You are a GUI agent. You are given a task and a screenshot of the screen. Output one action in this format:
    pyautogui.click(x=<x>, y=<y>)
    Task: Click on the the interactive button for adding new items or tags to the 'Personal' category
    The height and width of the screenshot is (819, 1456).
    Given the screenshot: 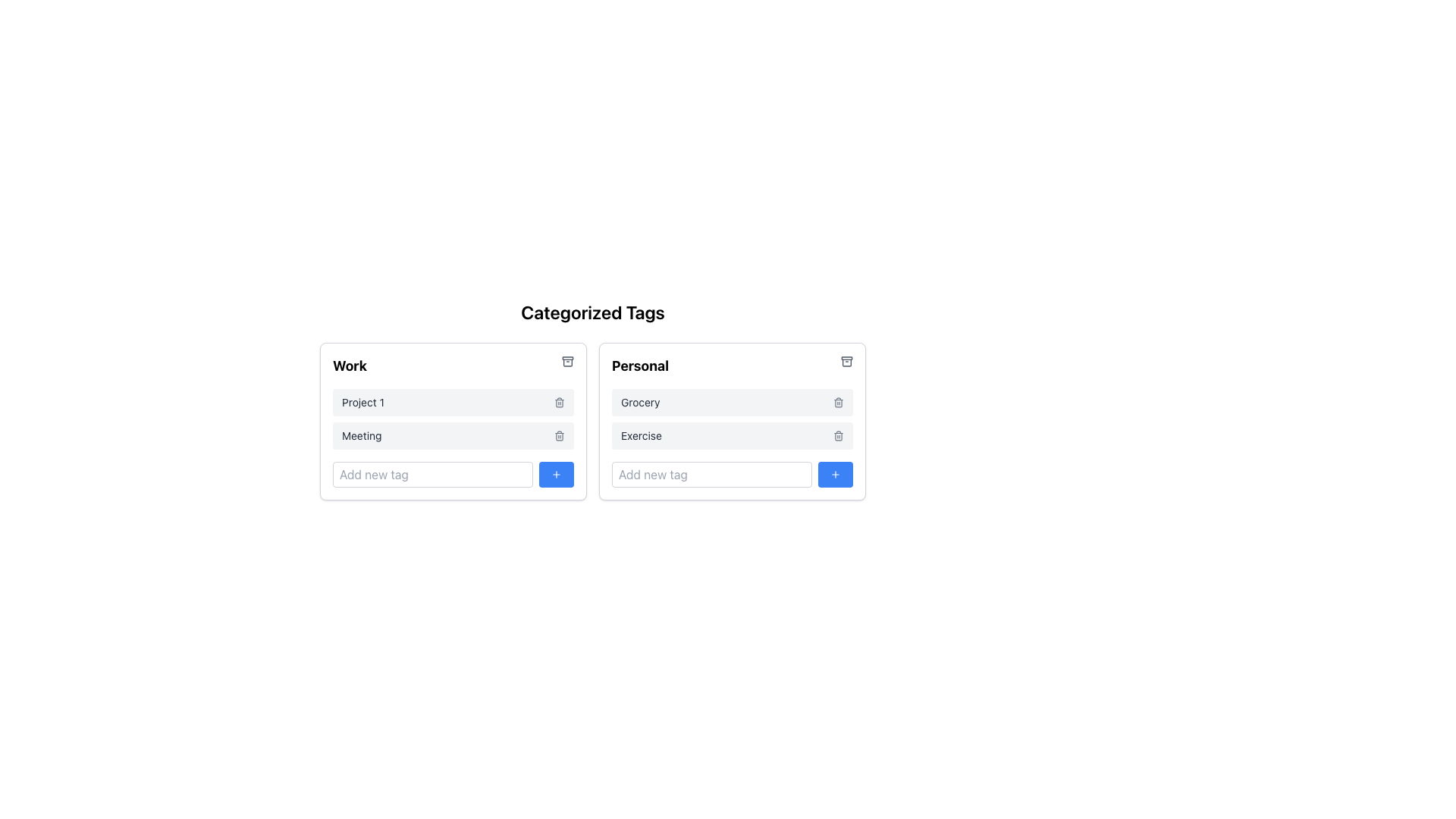 What is the action you would take?
    pyautogui.click(x=835, y=473)
    